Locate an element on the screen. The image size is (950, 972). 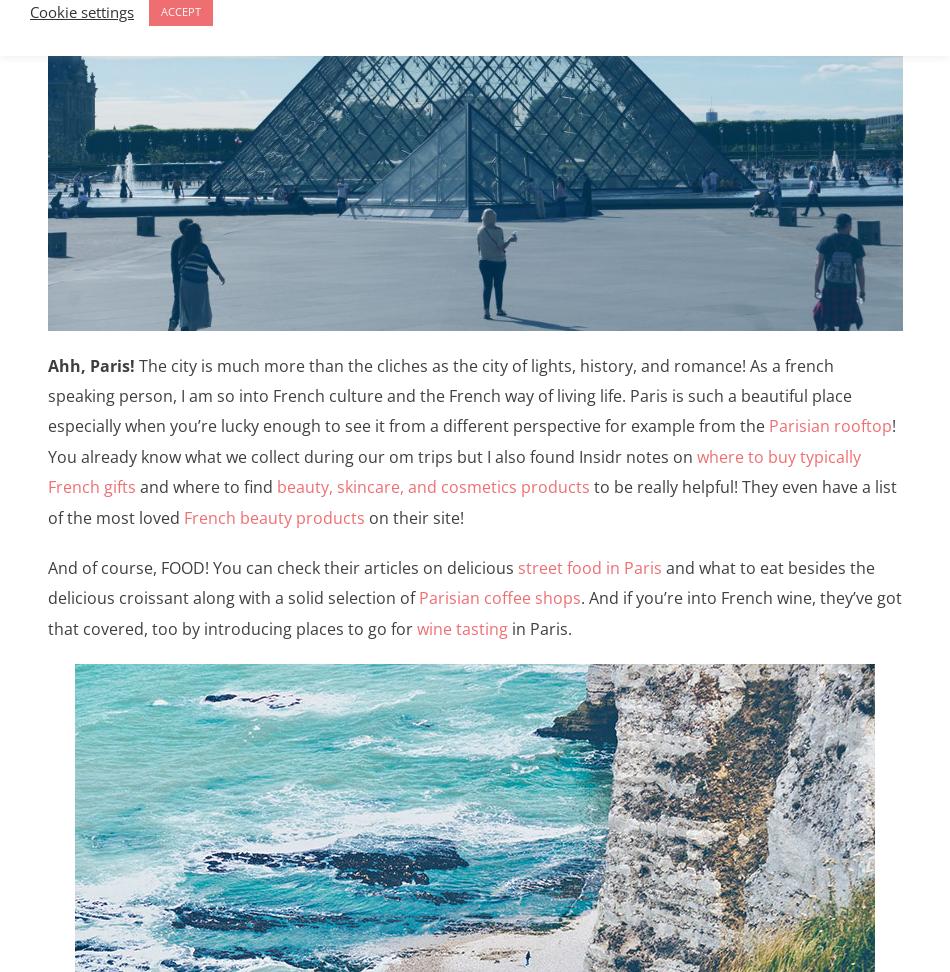
'! You already know what we collect during our om trips but I also found Insidr notes on' is located at coordinates (470, 439).